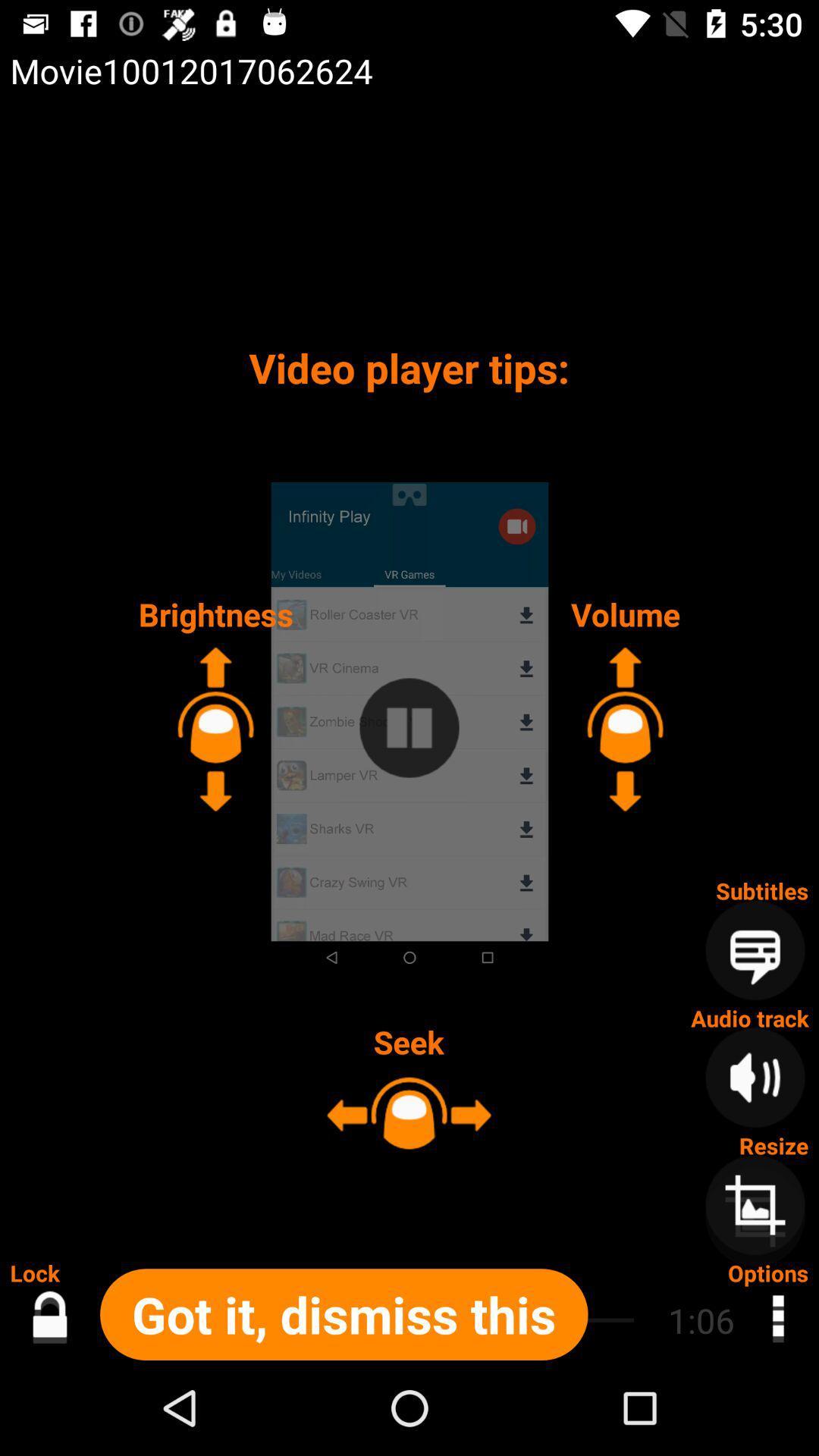  What do you see at coordinates (409, 728) in the screenshot?
I see `the pause icon` at bounding box center [409, 728].